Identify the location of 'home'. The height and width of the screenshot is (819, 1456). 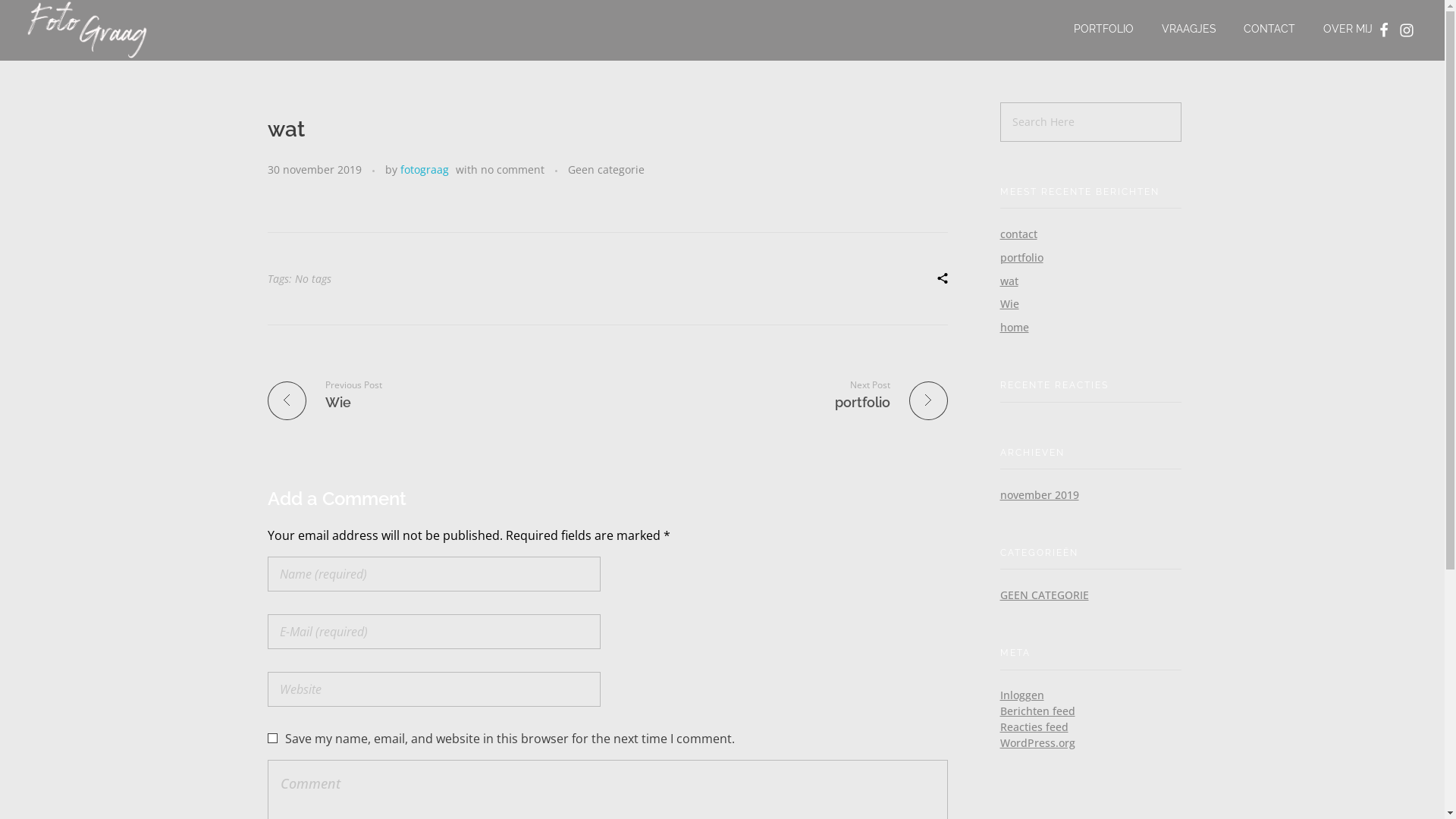
(1014, 326).